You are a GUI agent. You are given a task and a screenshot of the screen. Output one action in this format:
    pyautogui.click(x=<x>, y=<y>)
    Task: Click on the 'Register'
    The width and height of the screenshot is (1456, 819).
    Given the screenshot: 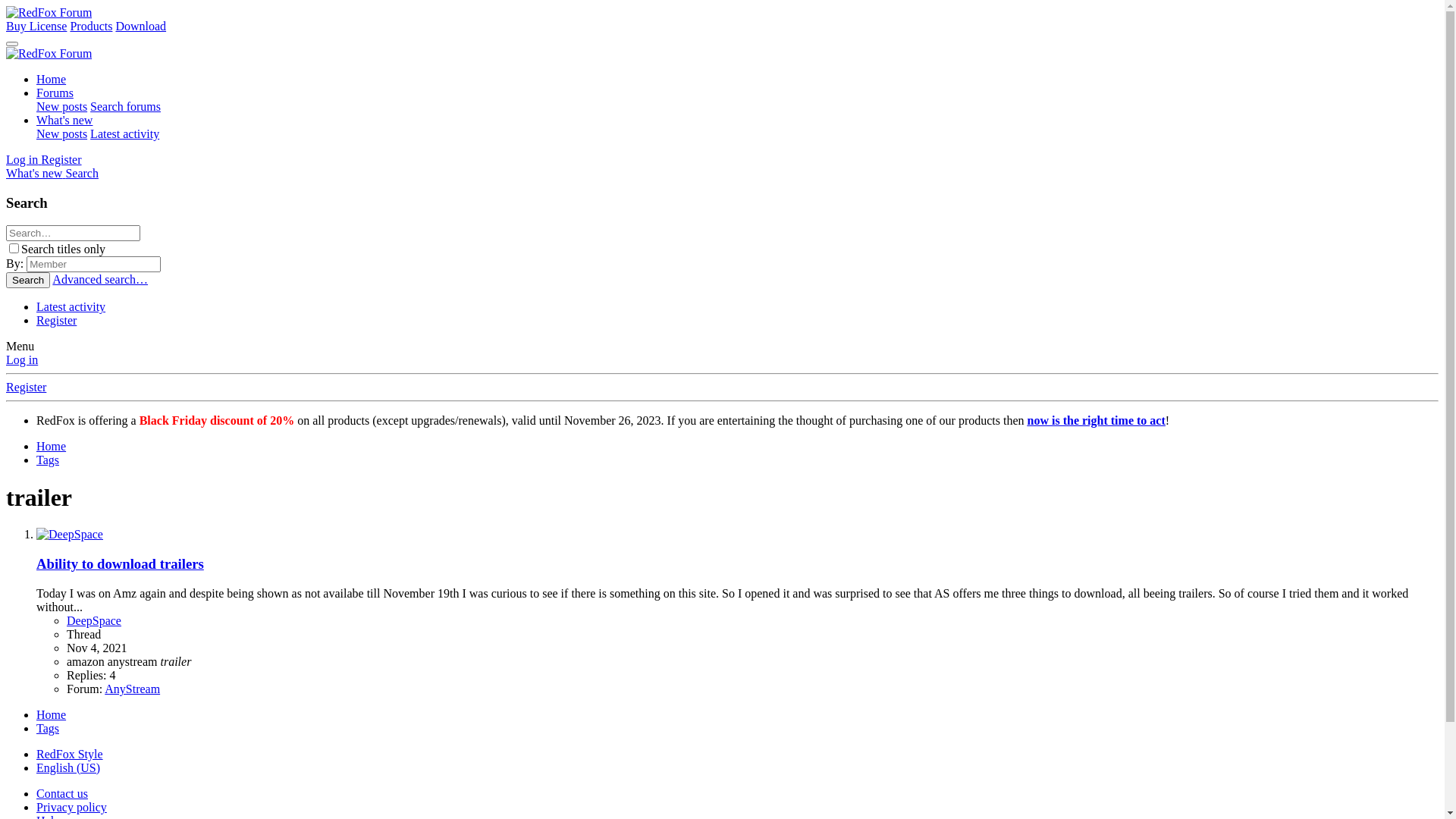 What is the action you would take?
    pyautogui.click(x=61, y=159)
    